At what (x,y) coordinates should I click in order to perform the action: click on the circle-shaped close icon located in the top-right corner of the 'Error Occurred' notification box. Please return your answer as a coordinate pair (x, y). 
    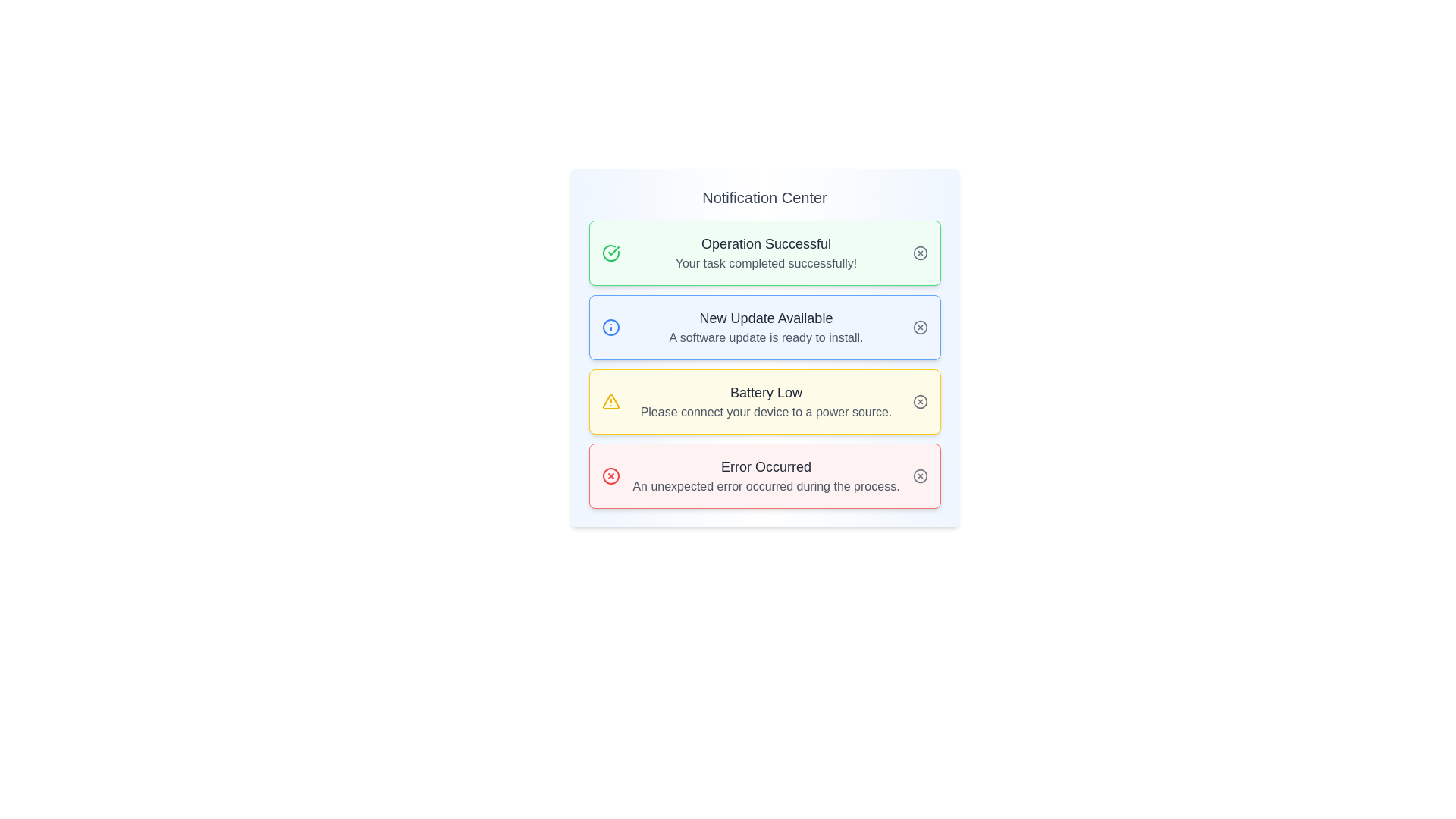
    Looking at the image, I should click on (919, 475).